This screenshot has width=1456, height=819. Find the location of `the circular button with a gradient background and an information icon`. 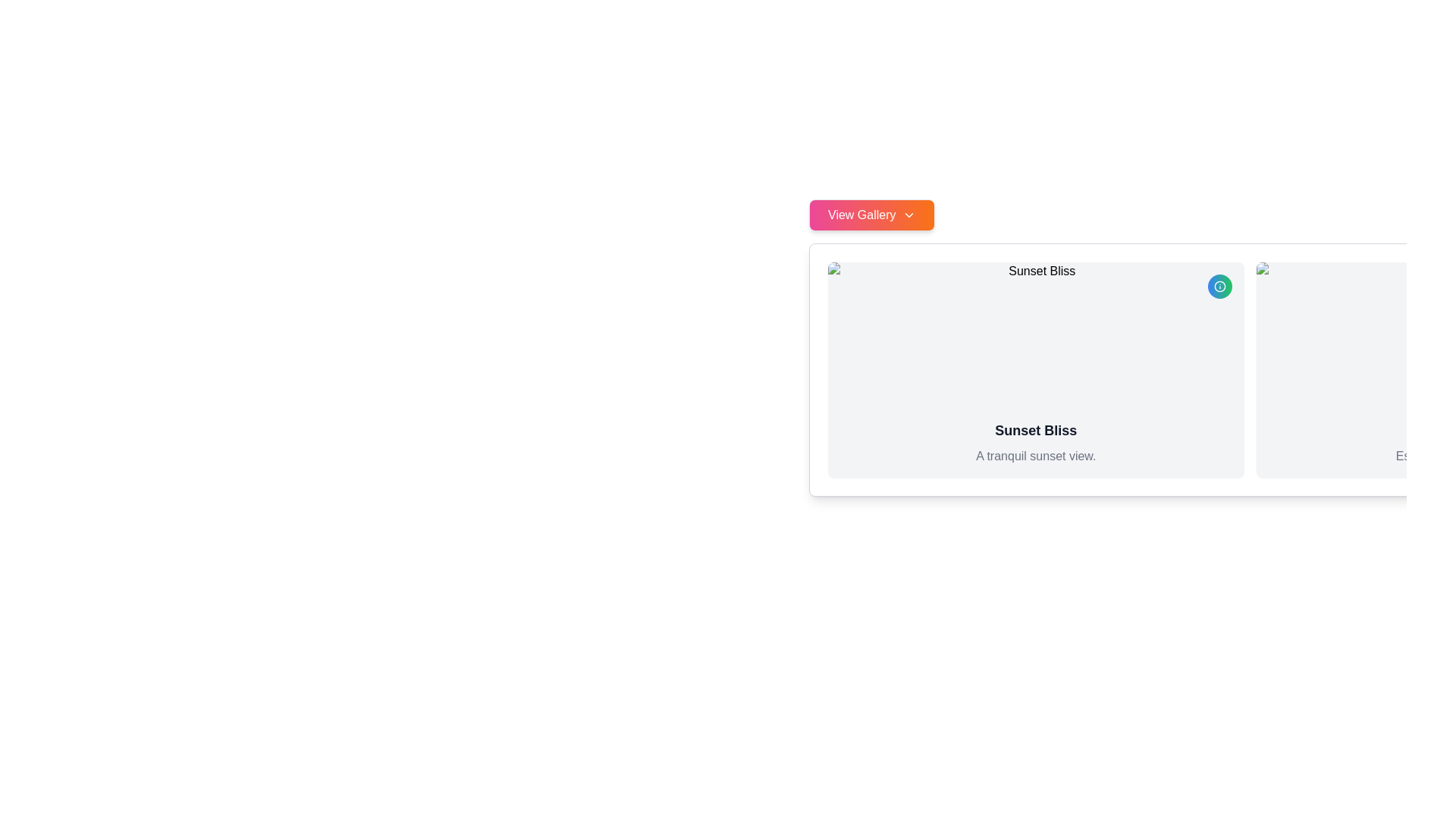

the circular button with a gradient background and an information icon is located at coordinates (1219, 287).